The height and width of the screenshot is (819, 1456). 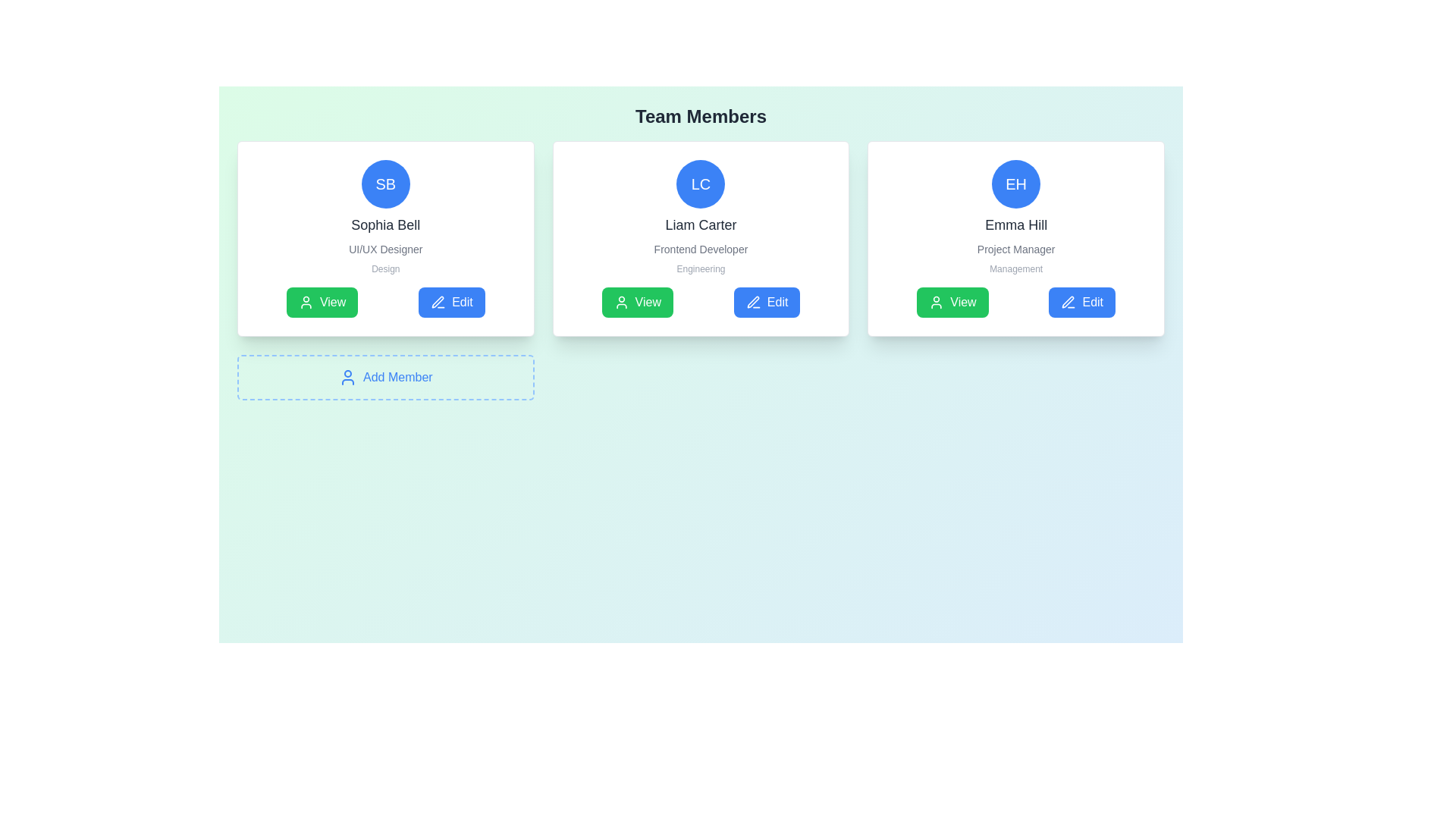 What do you see at coordinates (438, 302) in the screenshot?
I see `the pen-shaped icon with a blue background located within the 'Edit' button under the 'Sophia Bell' card in the 'Team Members' section` at bounding box center [438, 302].